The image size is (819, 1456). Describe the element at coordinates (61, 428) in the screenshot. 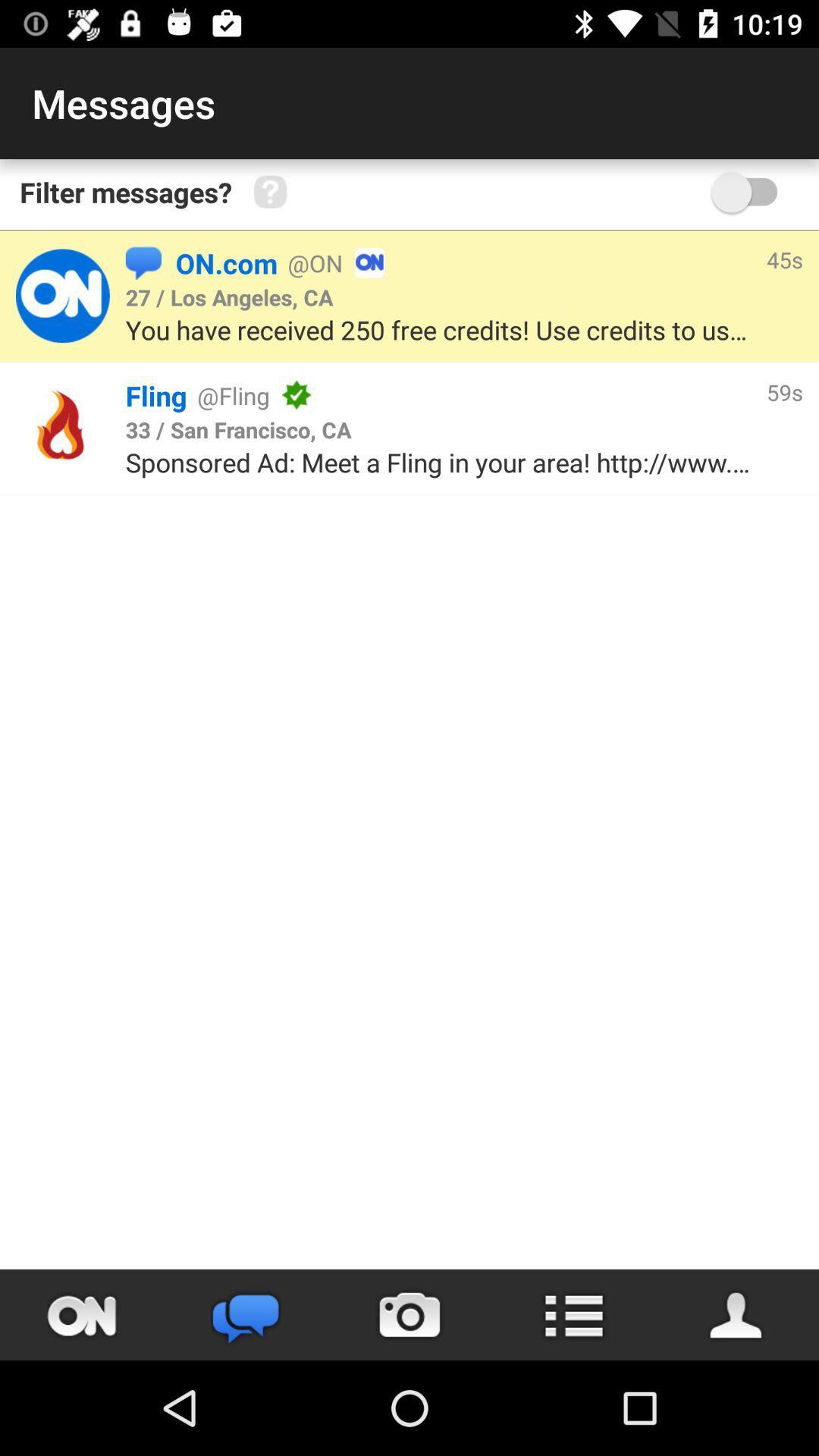

I see `website icon` at that location.